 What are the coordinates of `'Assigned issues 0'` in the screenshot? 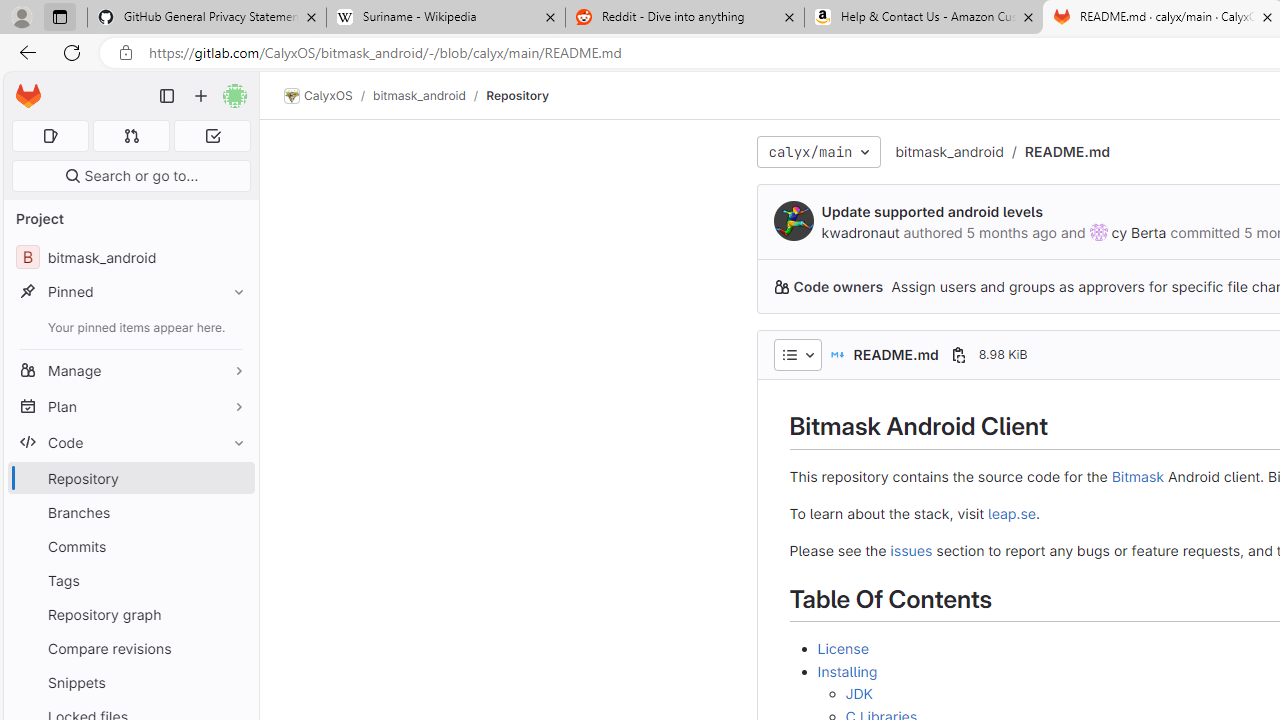 It's located at (50, 135).